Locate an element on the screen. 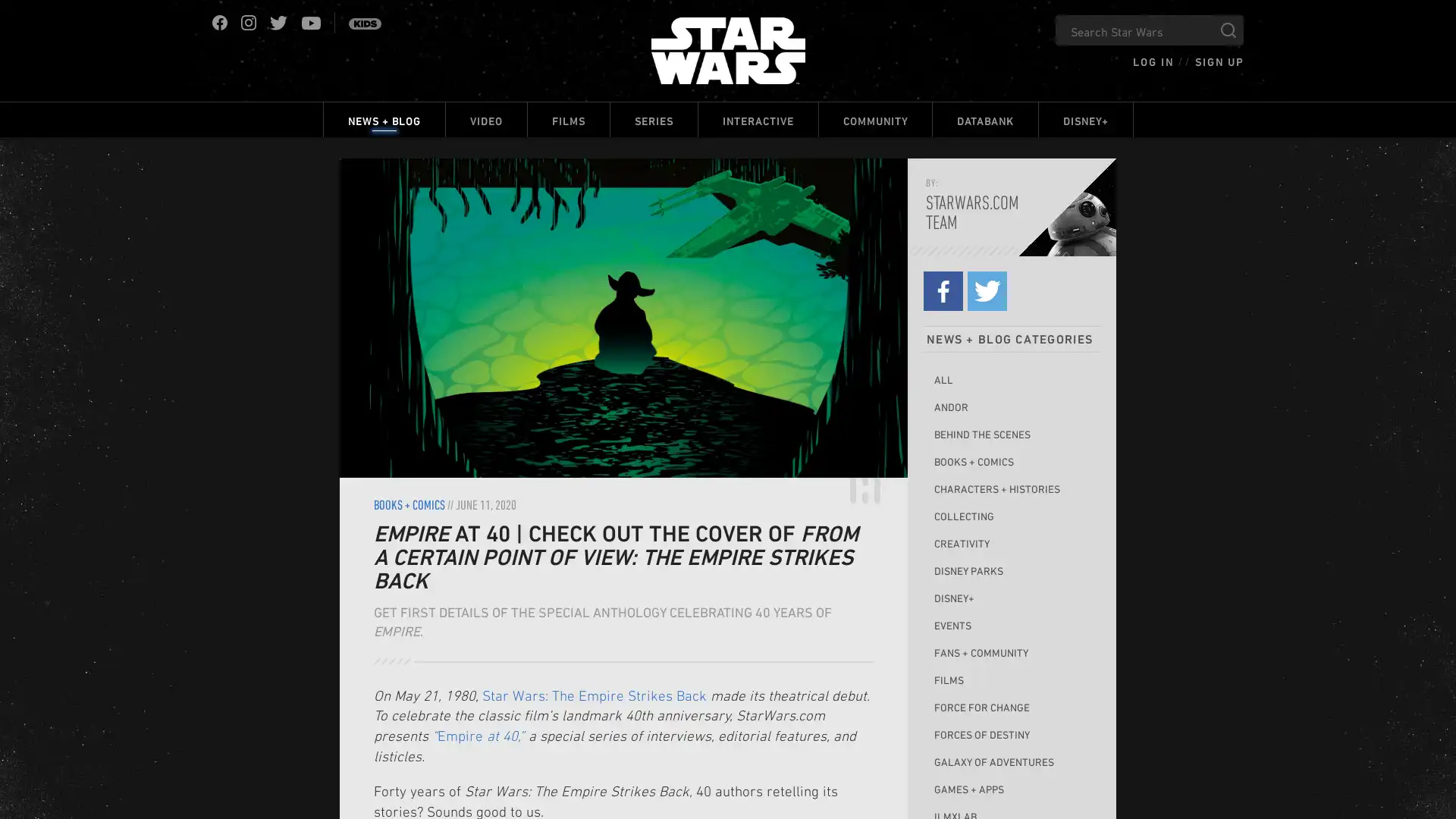 Image resolution: width=1456 pixels, height=819 pixels. LOG IN is located at coordinates (1153, 61).